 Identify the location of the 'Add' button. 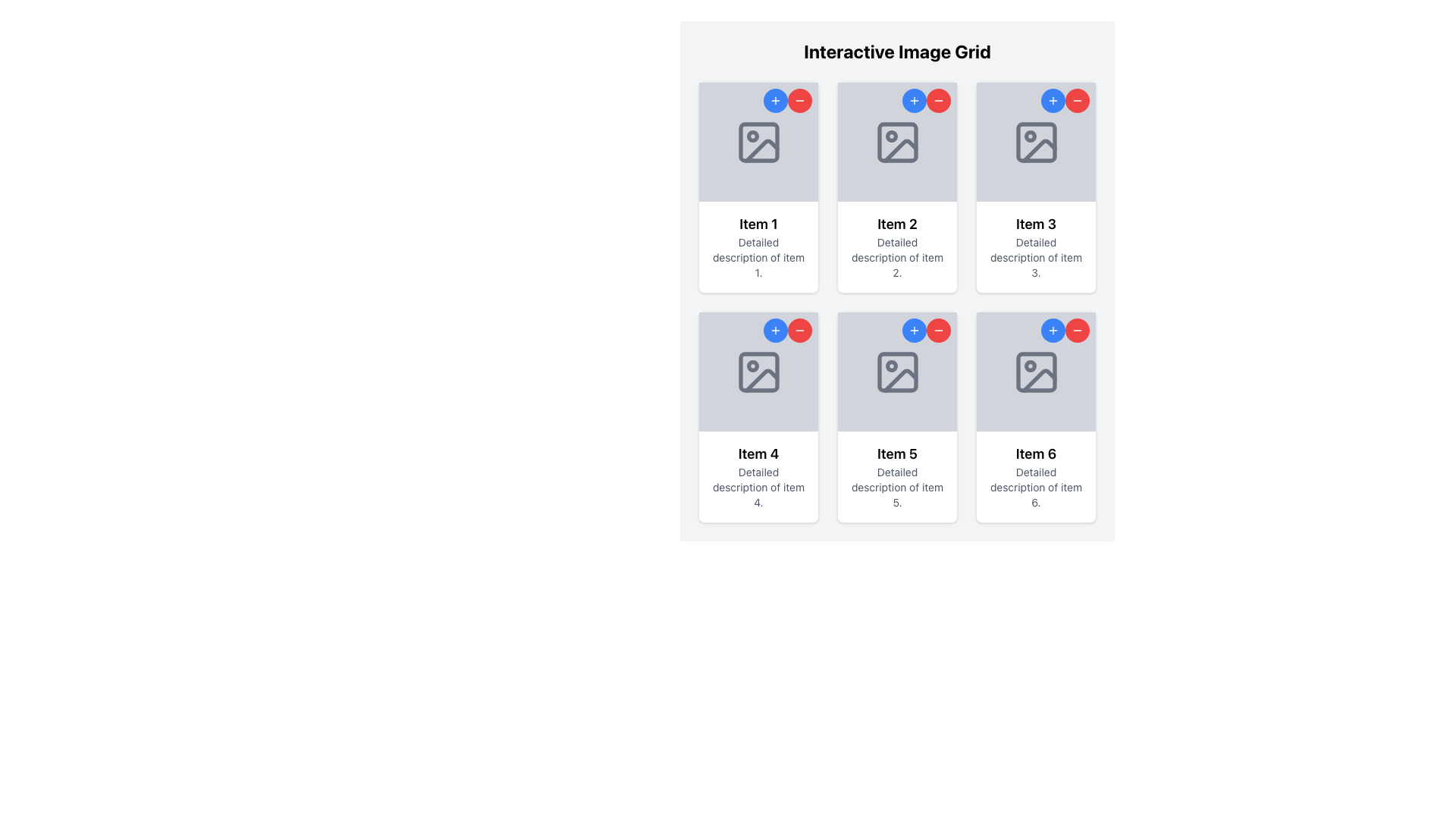
(913, 100).